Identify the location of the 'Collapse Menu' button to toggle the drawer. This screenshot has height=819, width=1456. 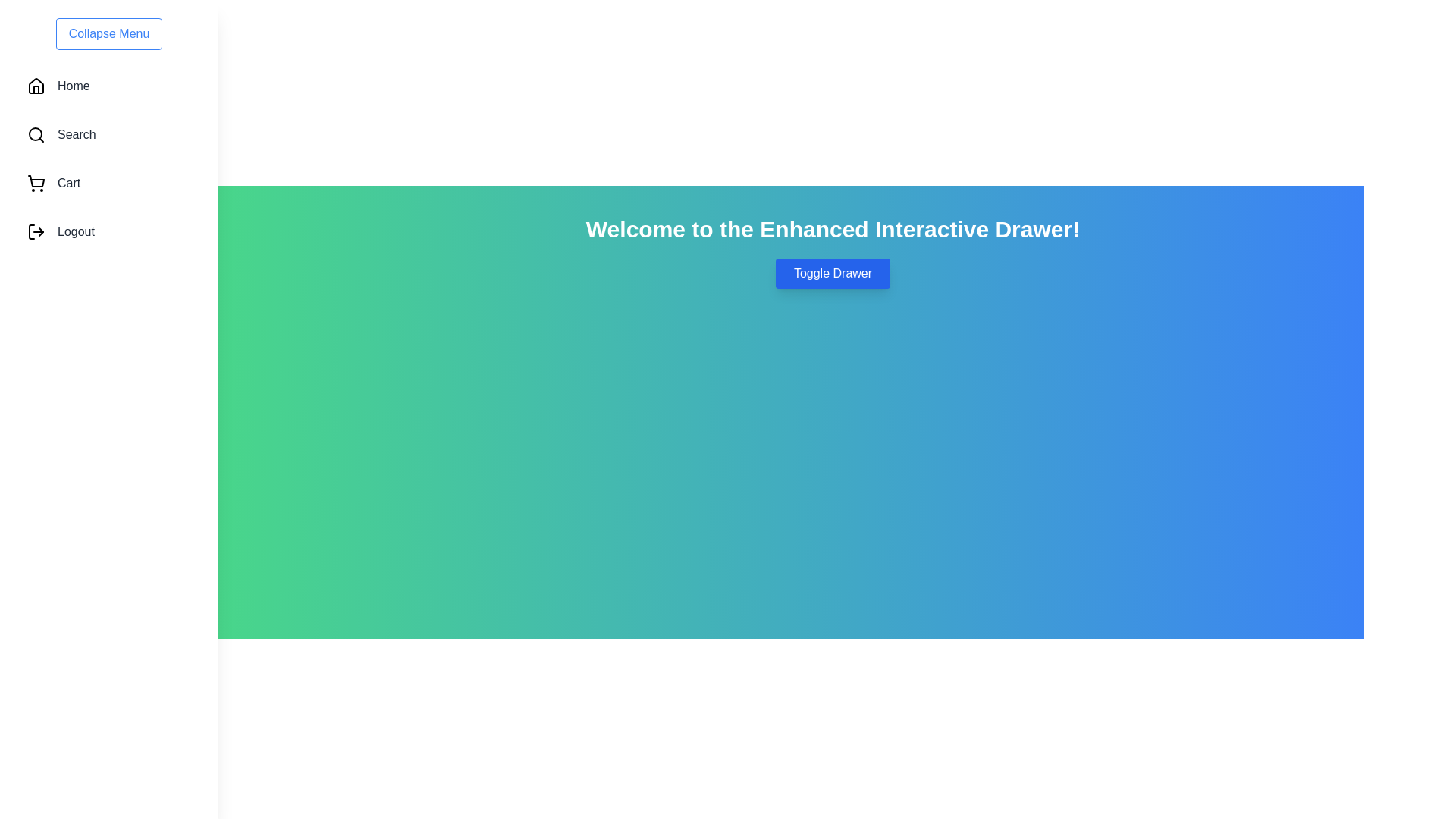
(108, 34).